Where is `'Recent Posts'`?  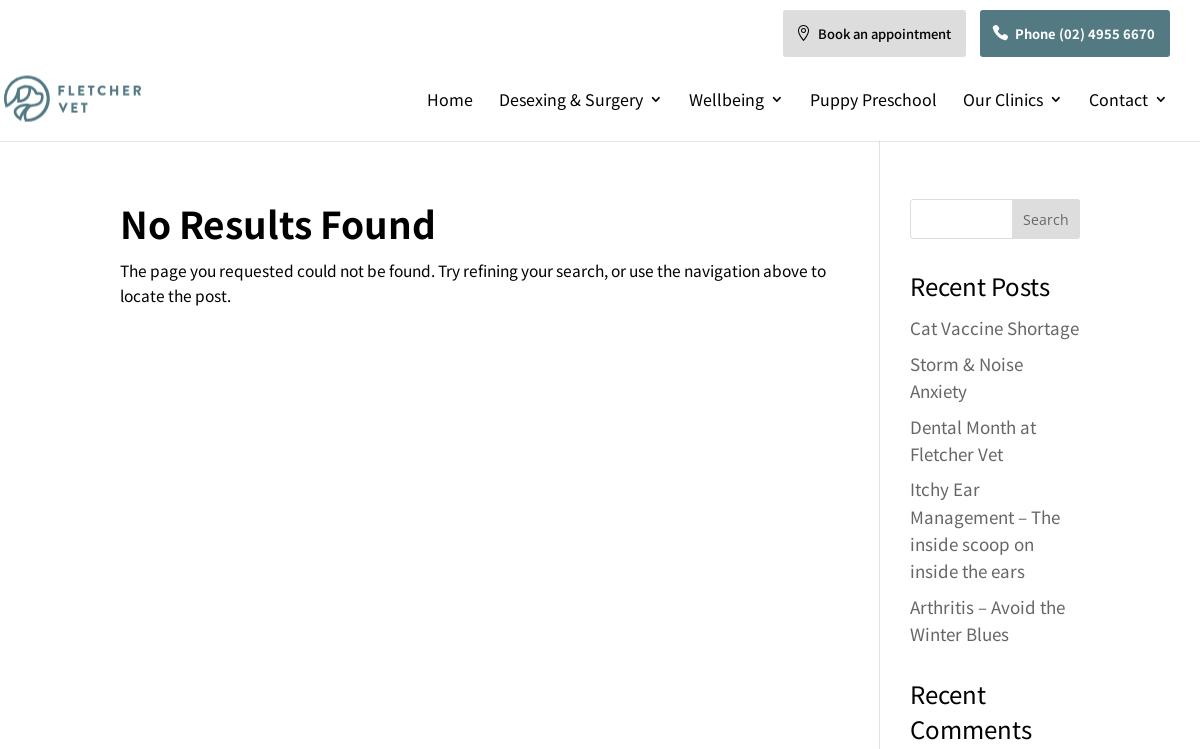
'Recent Posts' is located at coordinates (907, 284).